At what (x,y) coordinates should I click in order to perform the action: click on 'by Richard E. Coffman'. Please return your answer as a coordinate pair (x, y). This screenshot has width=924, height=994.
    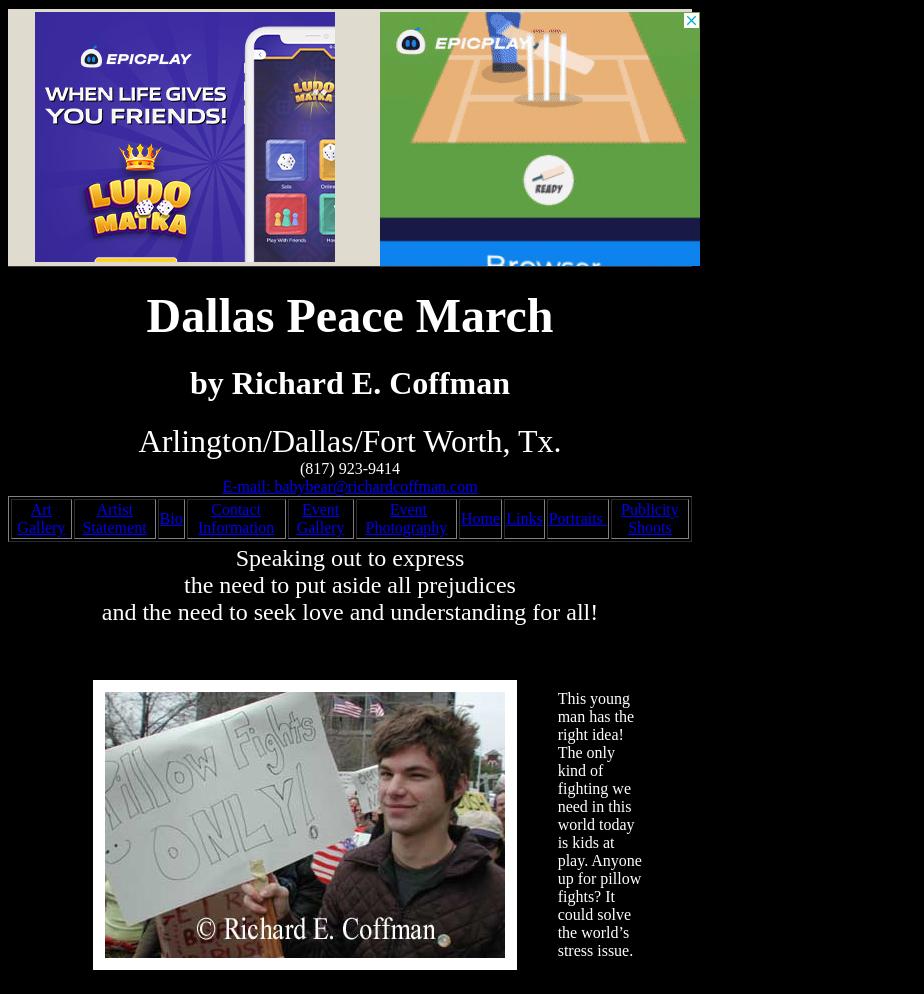
    Looking at the image, I should click on (349, 381).